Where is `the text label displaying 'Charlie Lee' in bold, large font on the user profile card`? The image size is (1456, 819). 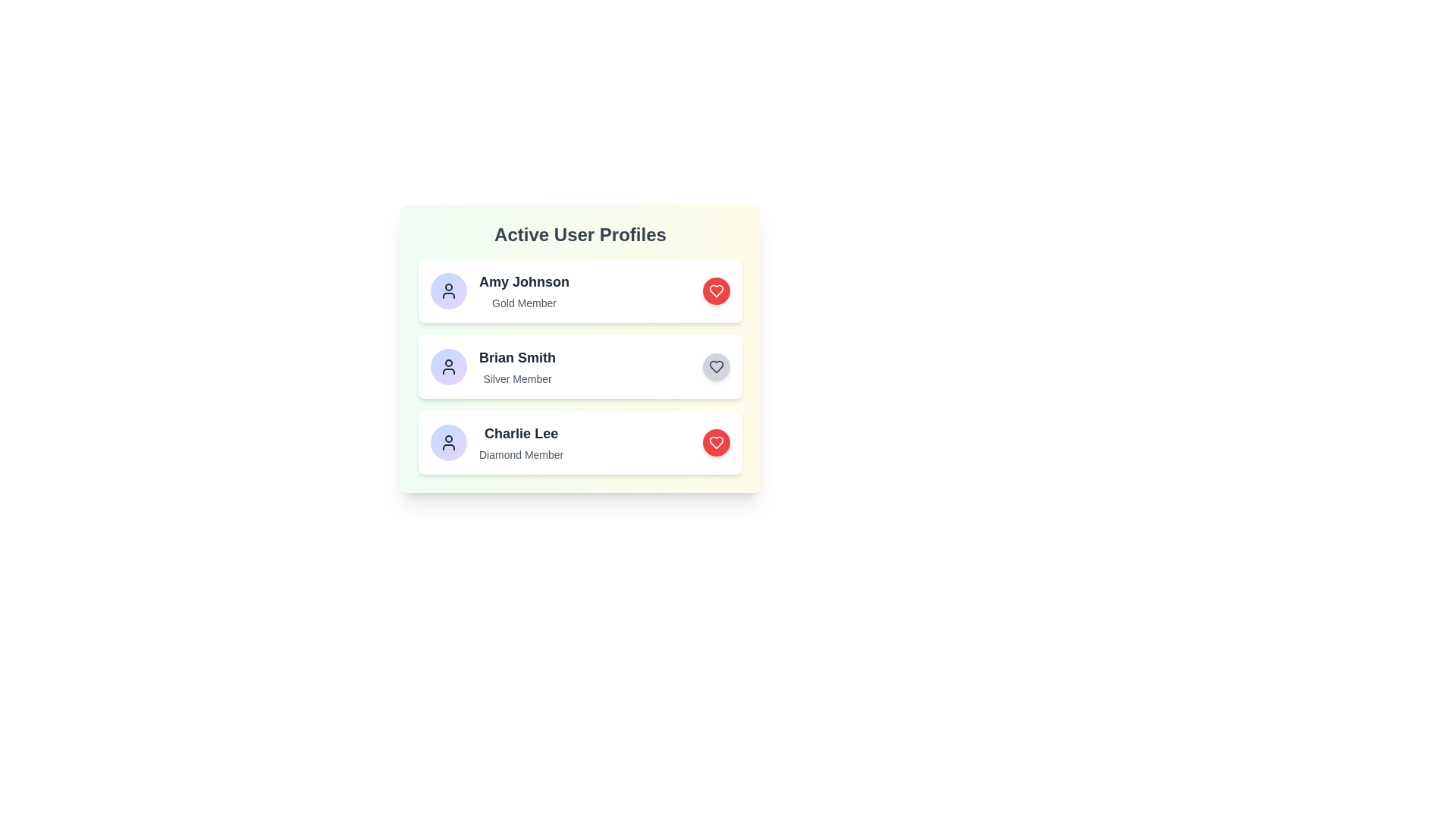
the text label displaying 'Charlie Lee' in bold, large font on the user profile card is located at coordinates (521, 433).